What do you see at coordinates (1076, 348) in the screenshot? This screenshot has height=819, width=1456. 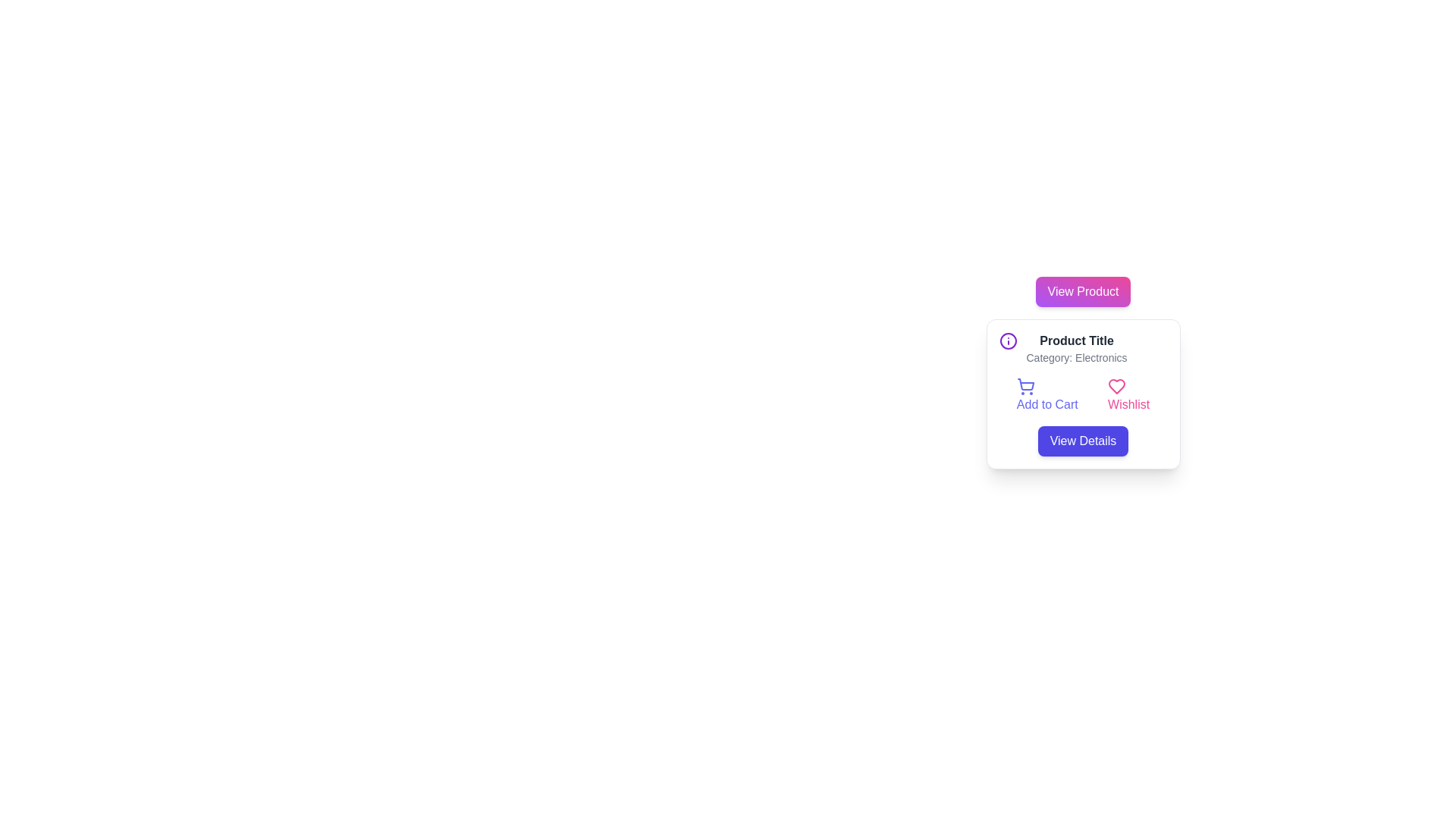 I see `product title displayed in the text area located within the card interface, positioned below a small purple circular icon` at bounding box center [1076, 348].